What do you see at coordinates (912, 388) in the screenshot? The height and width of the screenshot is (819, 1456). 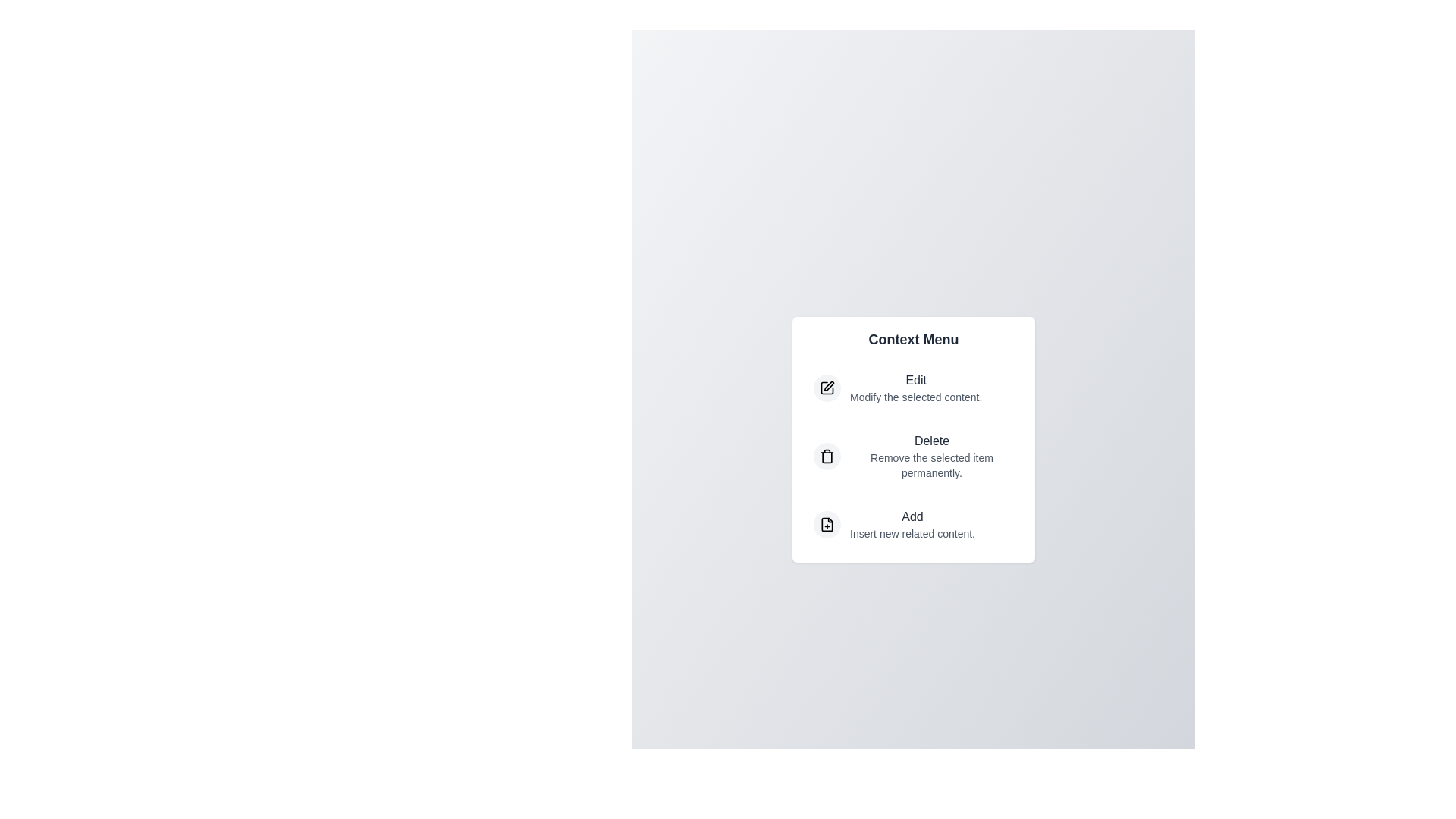 I see `the 'Edit' option in the context menu to modify content` at bounding box center [912, 388].